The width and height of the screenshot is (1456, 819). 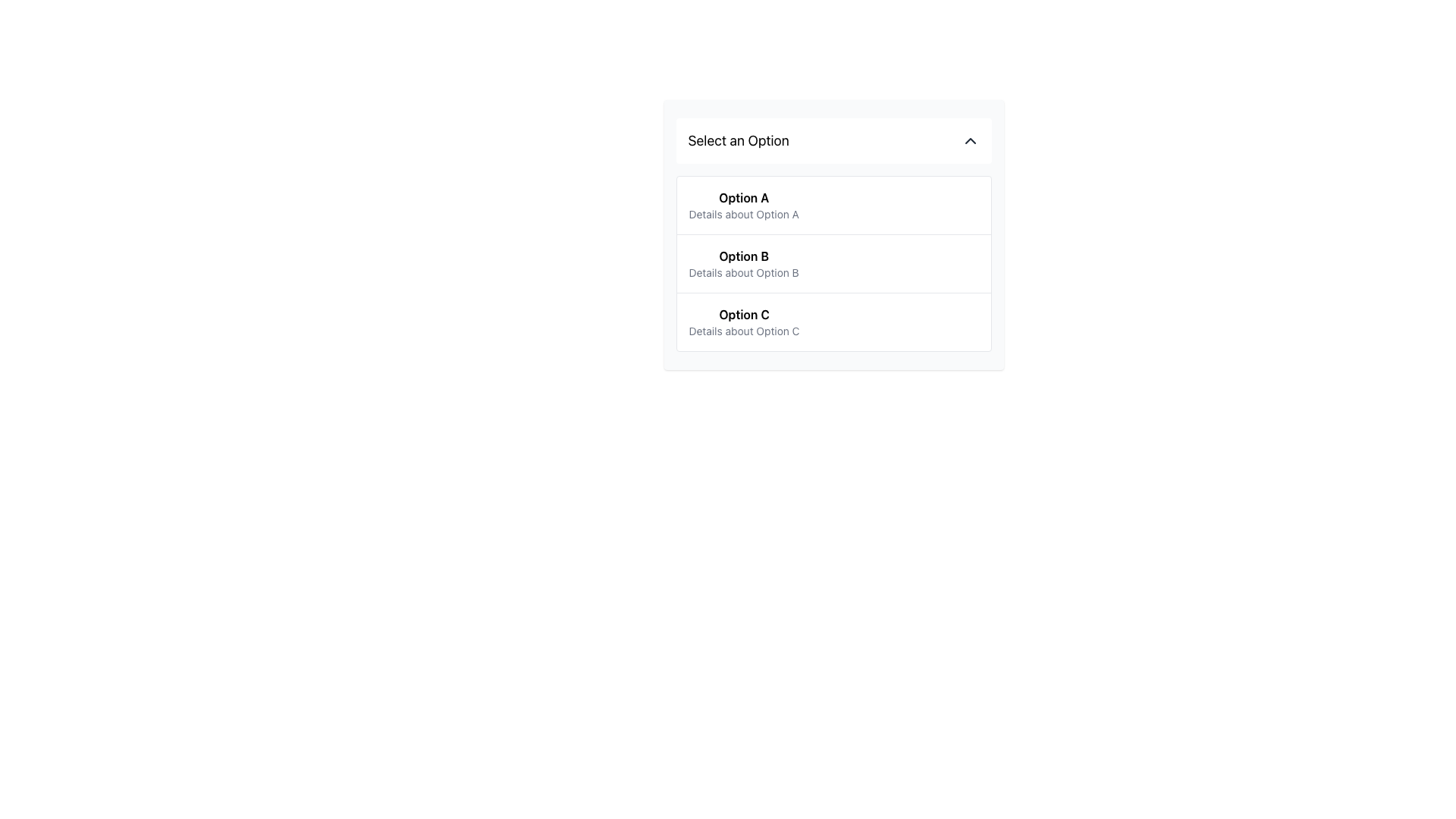 I want to click on the text label displaying 'Select an Option', which is styled in bold black text on a white background, located in the top-center of the dropdown module, so click(x=739, y=140).